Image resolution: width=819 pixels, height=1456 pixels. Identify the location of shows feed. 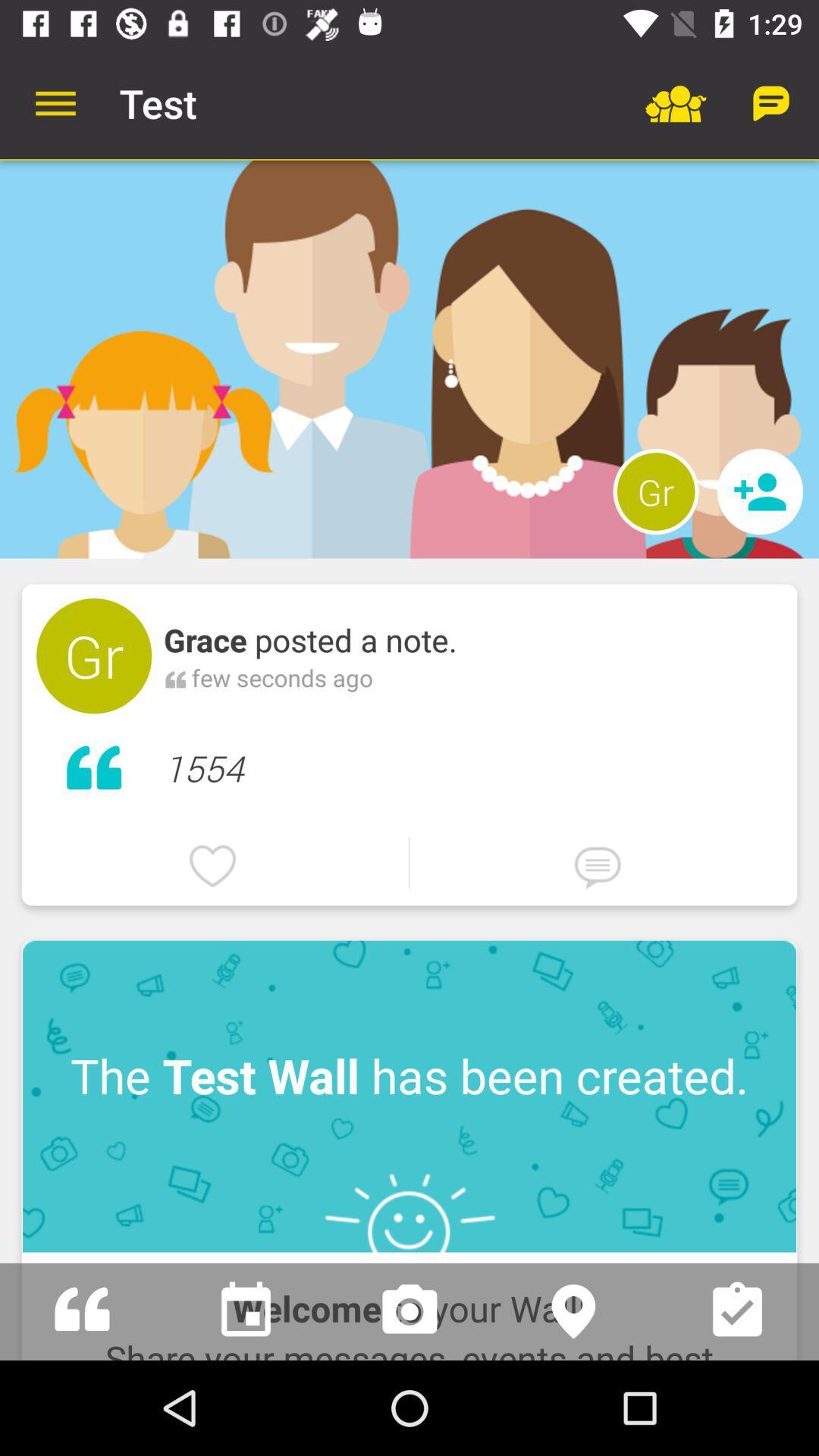
(82, 1310).